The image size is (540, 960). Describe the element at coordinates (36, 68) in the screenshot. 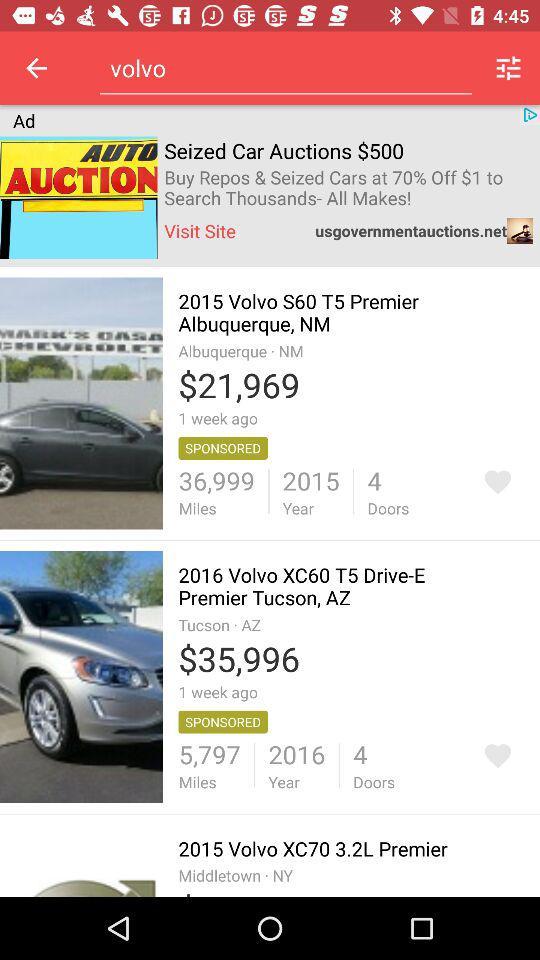

I see `item above the ad` at that location.